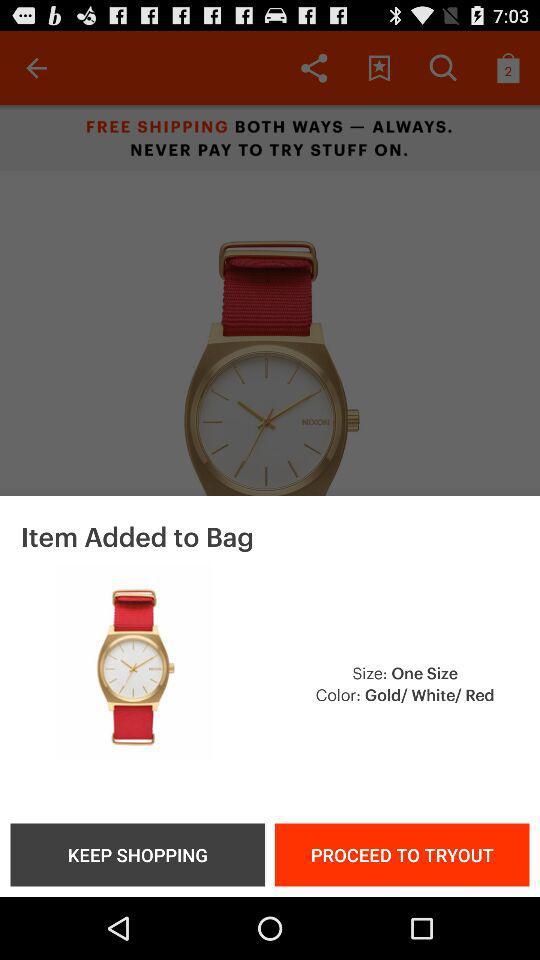 This screenshot has width=540, height=960. Describe the element at coordinates (136, 853) in the screenshot. I see `the item to the left of the proceed to tryout icon` at that location.